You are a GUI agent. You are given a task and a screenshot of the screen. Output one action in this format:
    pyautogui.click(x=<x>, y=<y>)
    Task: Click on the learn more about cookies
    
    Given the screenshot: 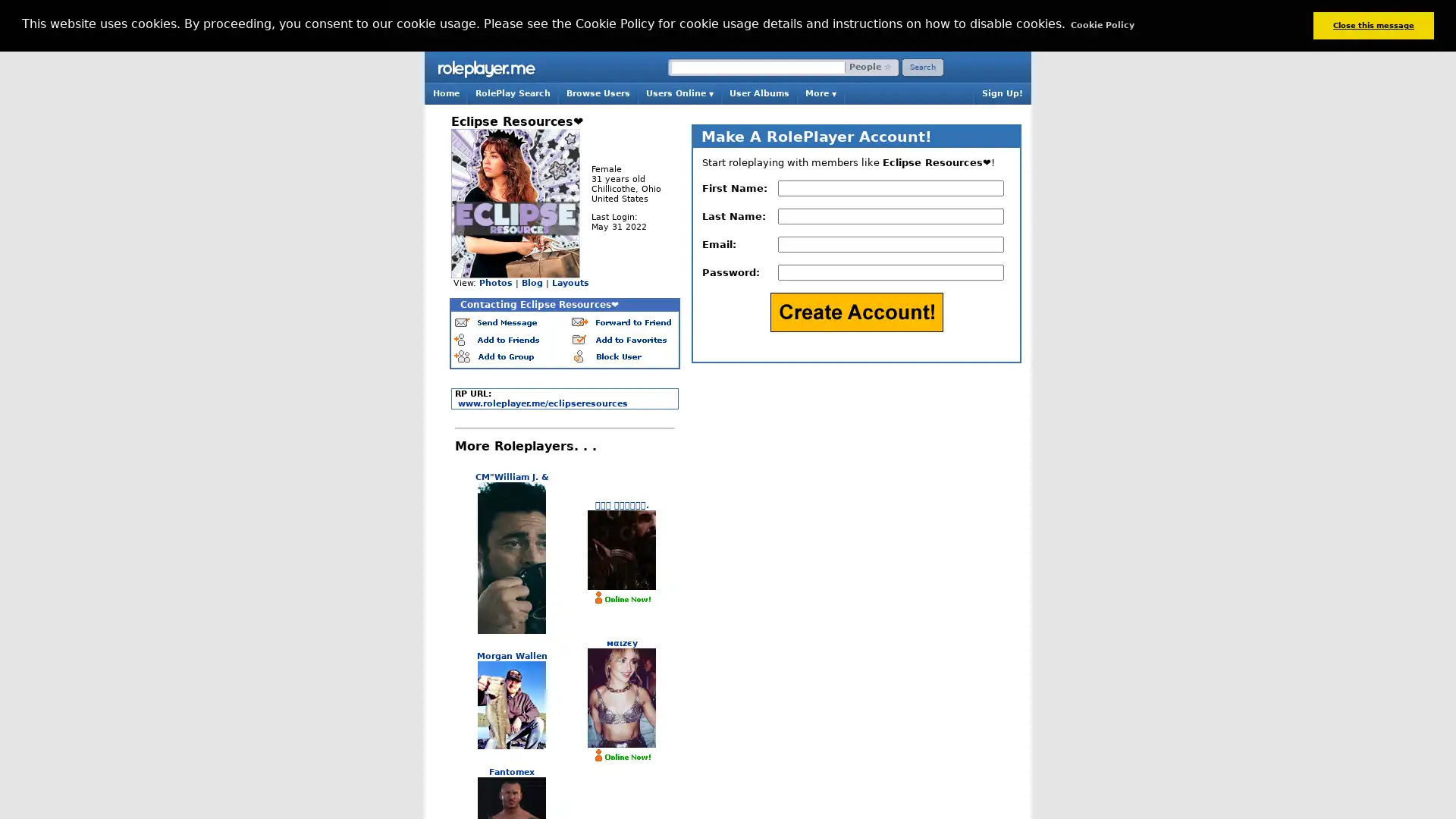 What is the action you would take?
    pyautogui.click(x=1102, y=25)
    